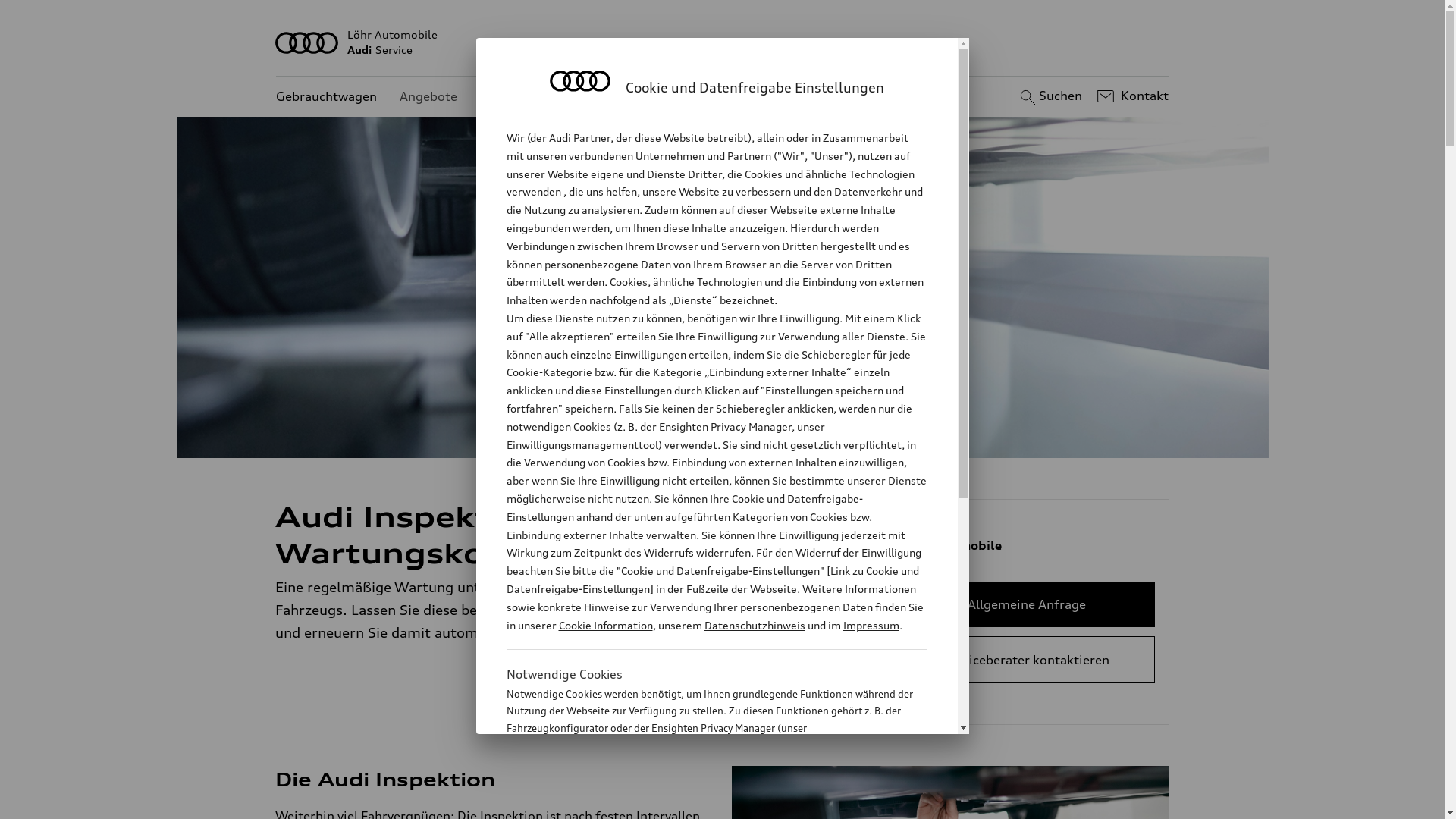 This screenshot has height=819, width=1456. What do you see at coordinates (325, 96) in the screenshot?
I see `'Gebrauchtwagen'` at bounding box center [325, 96].